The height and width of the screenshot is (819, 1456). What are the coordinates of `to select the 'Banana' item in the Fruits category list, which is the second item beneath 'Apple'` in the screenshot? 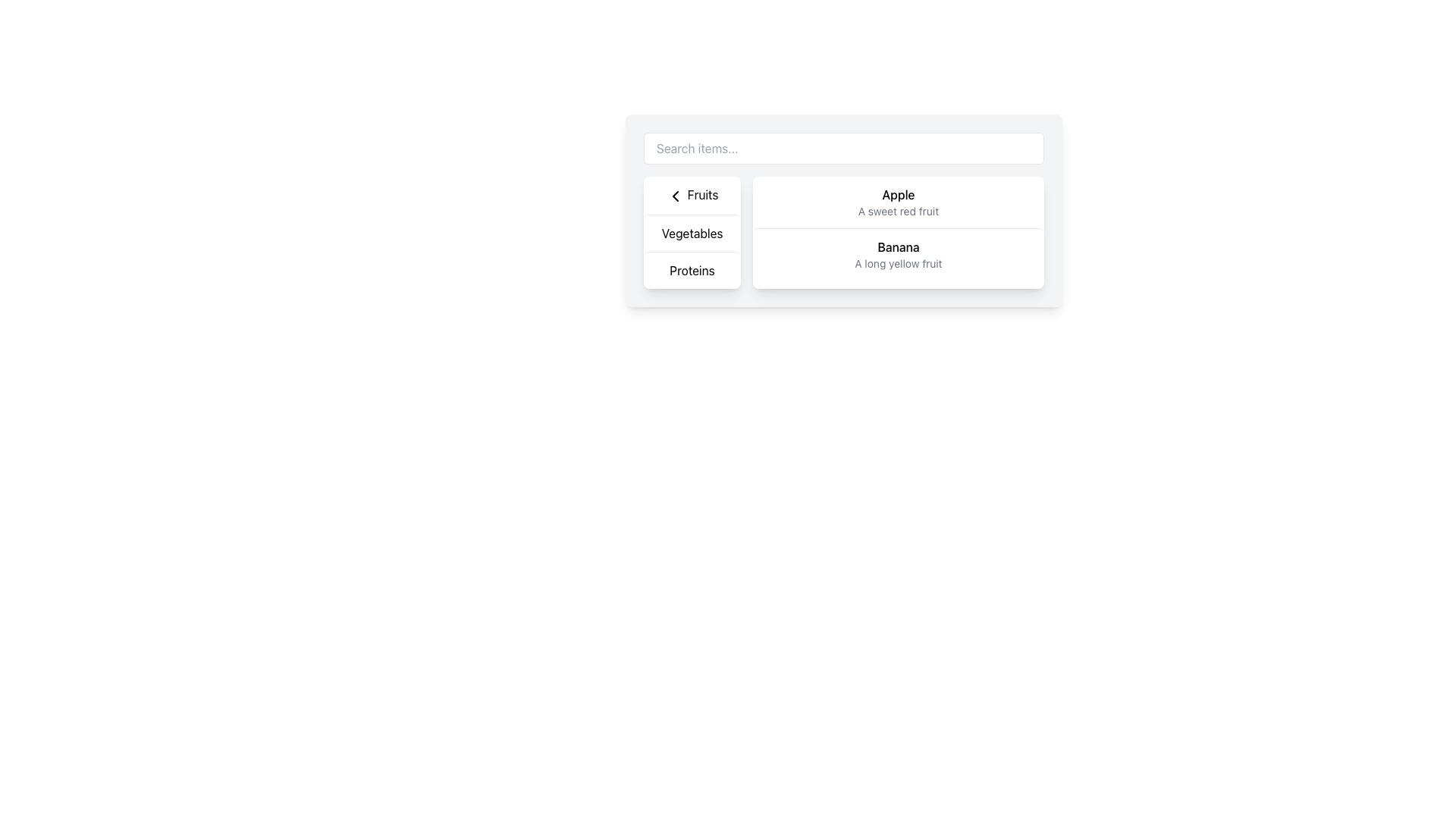 It's located at (899, 253).